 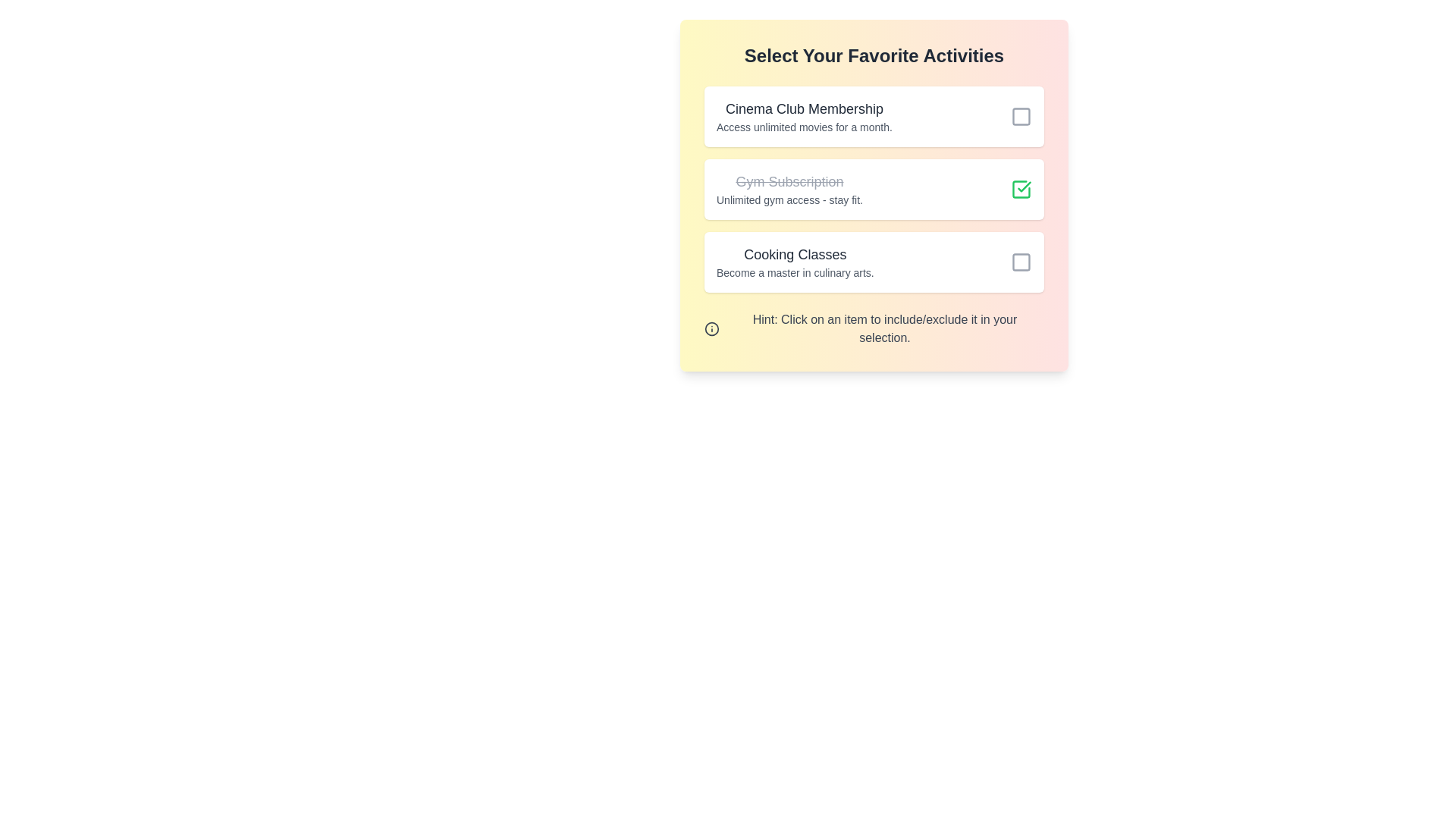 I want to click on the interactive button styled as a square icon, so click(x=1021, y=262).